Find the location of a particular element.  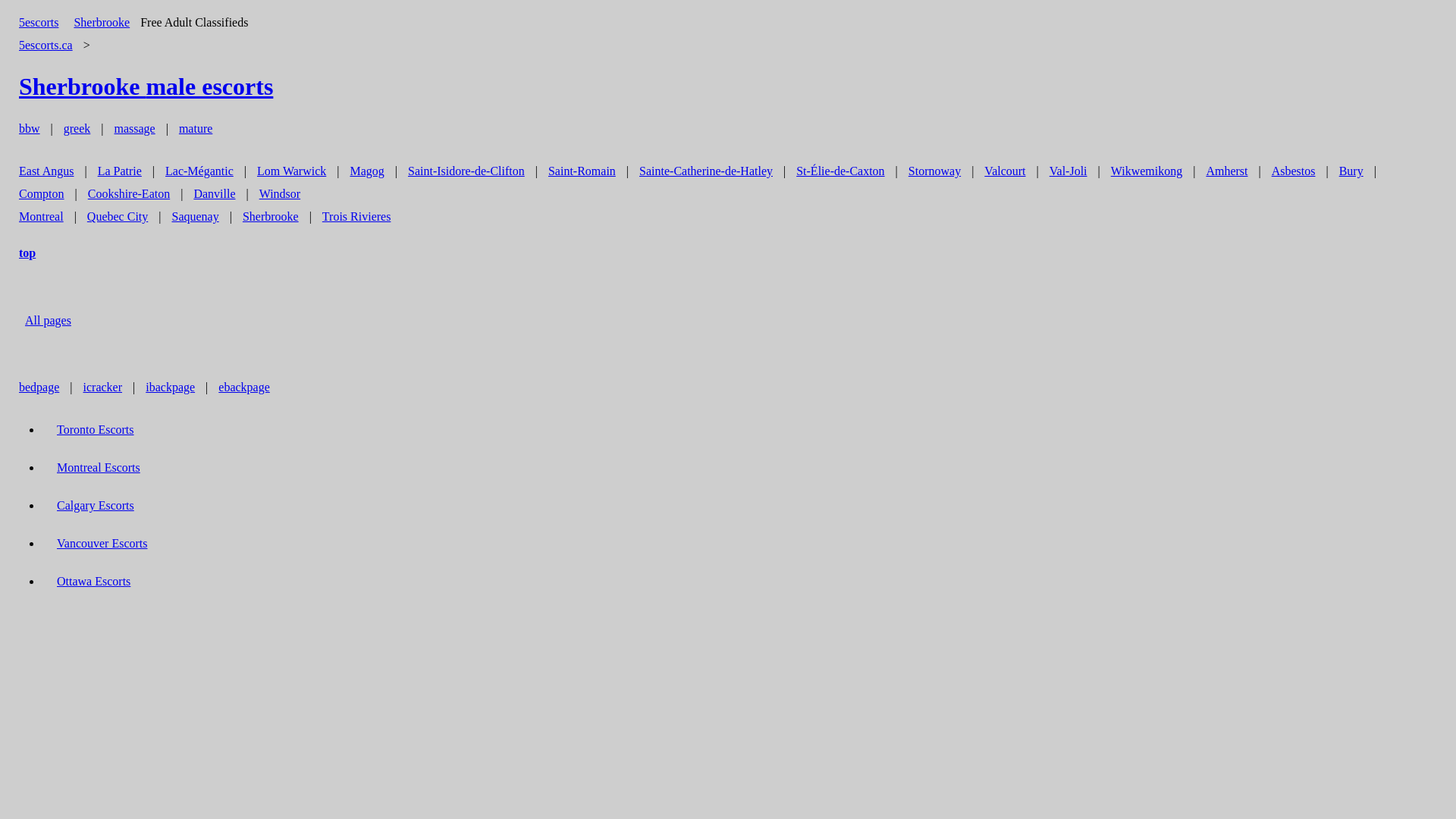

'Cookshire-Eaton' is located at coordinates (128, 193).